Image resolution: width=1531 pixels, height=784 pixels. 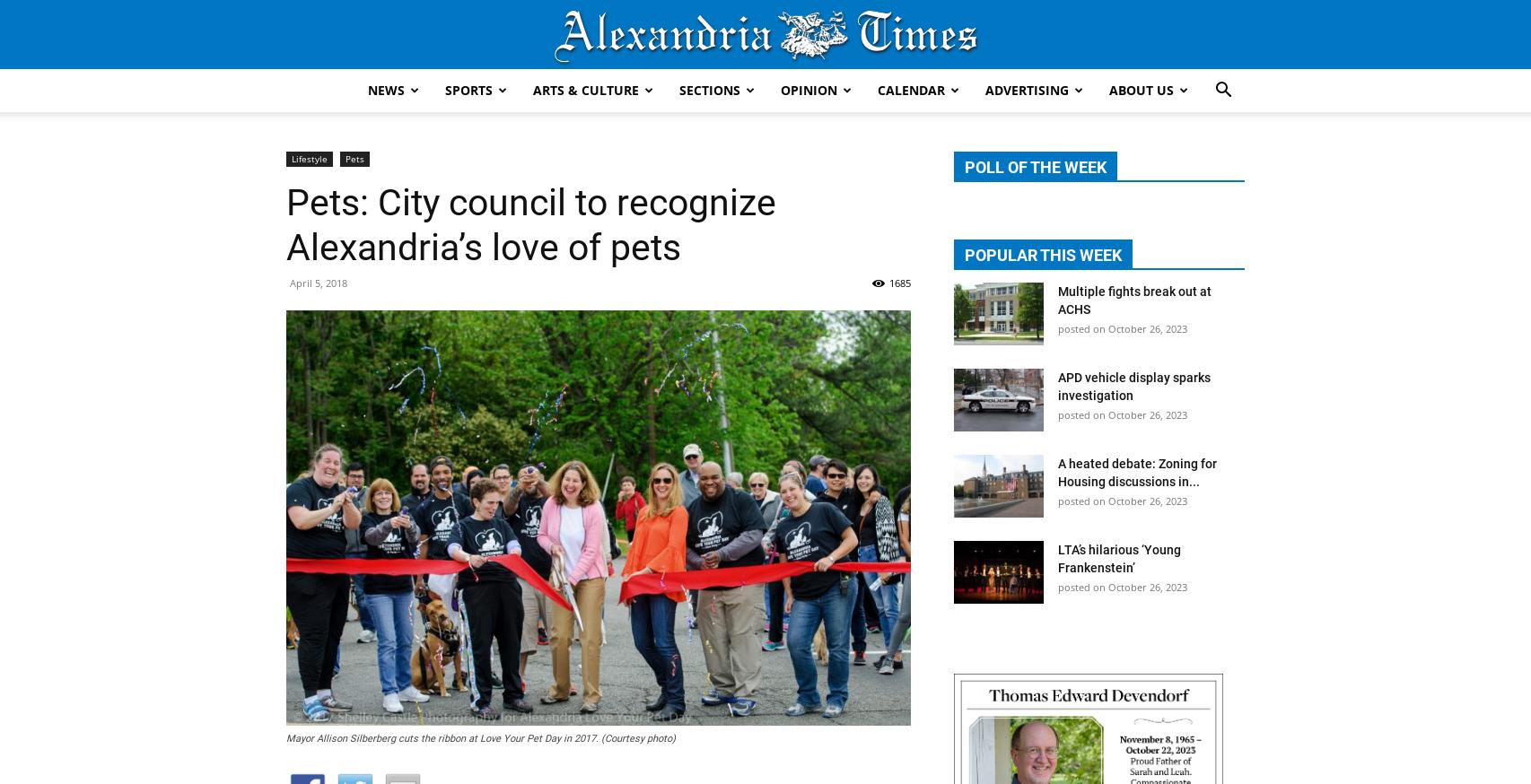 What do you see at coordinates (1134, 299) in the screenshot?
I see `'Multiple fights break out at ACHS'` at bounding box center [1134, 299].